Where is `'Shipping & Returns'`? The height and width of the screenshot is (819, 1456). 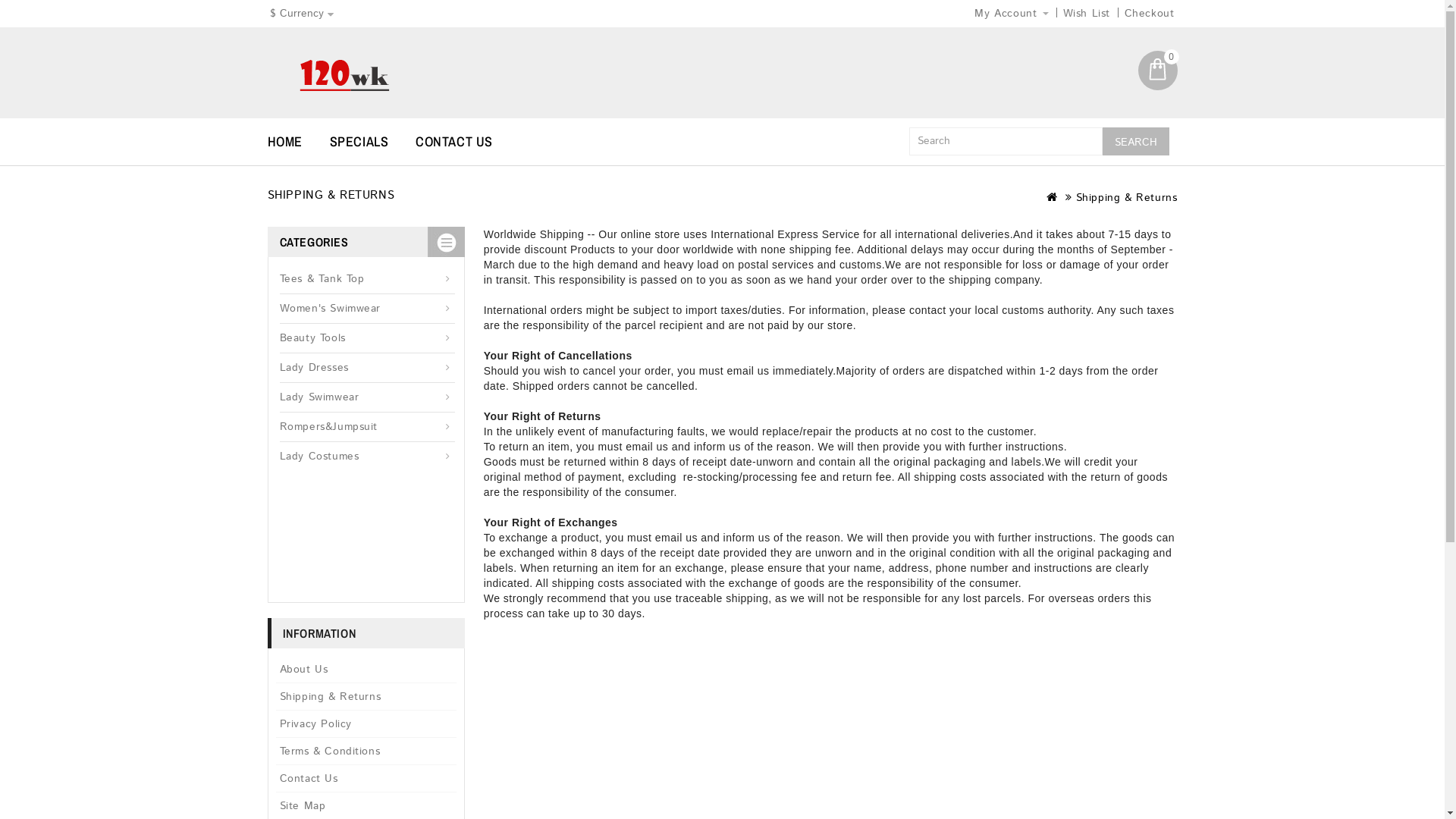
'Shipping & Returns' is located at coordinates (366, 696).